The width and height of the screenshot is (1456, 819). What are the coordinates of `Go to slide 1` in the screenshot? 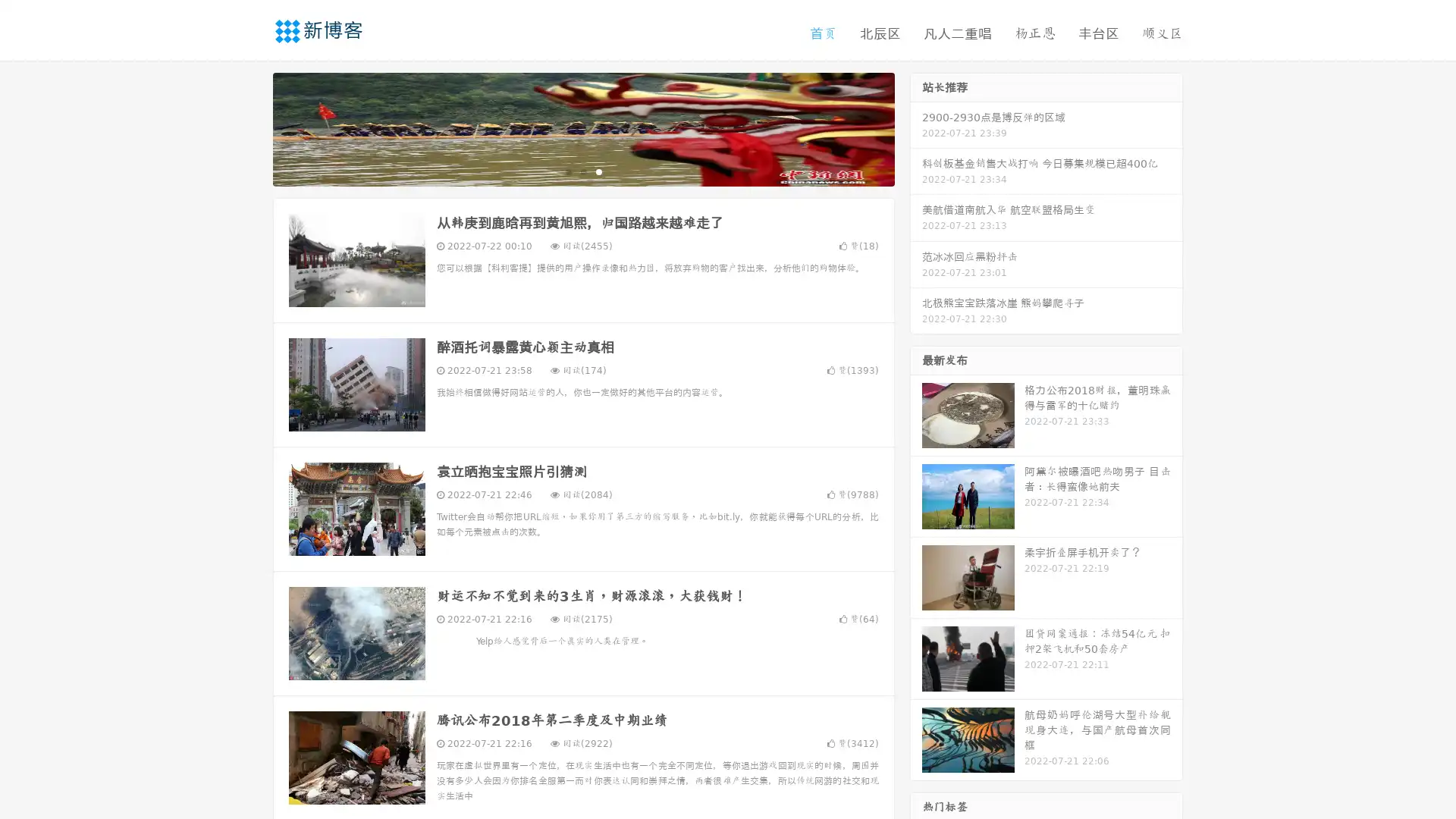 It's located at (567, 171).